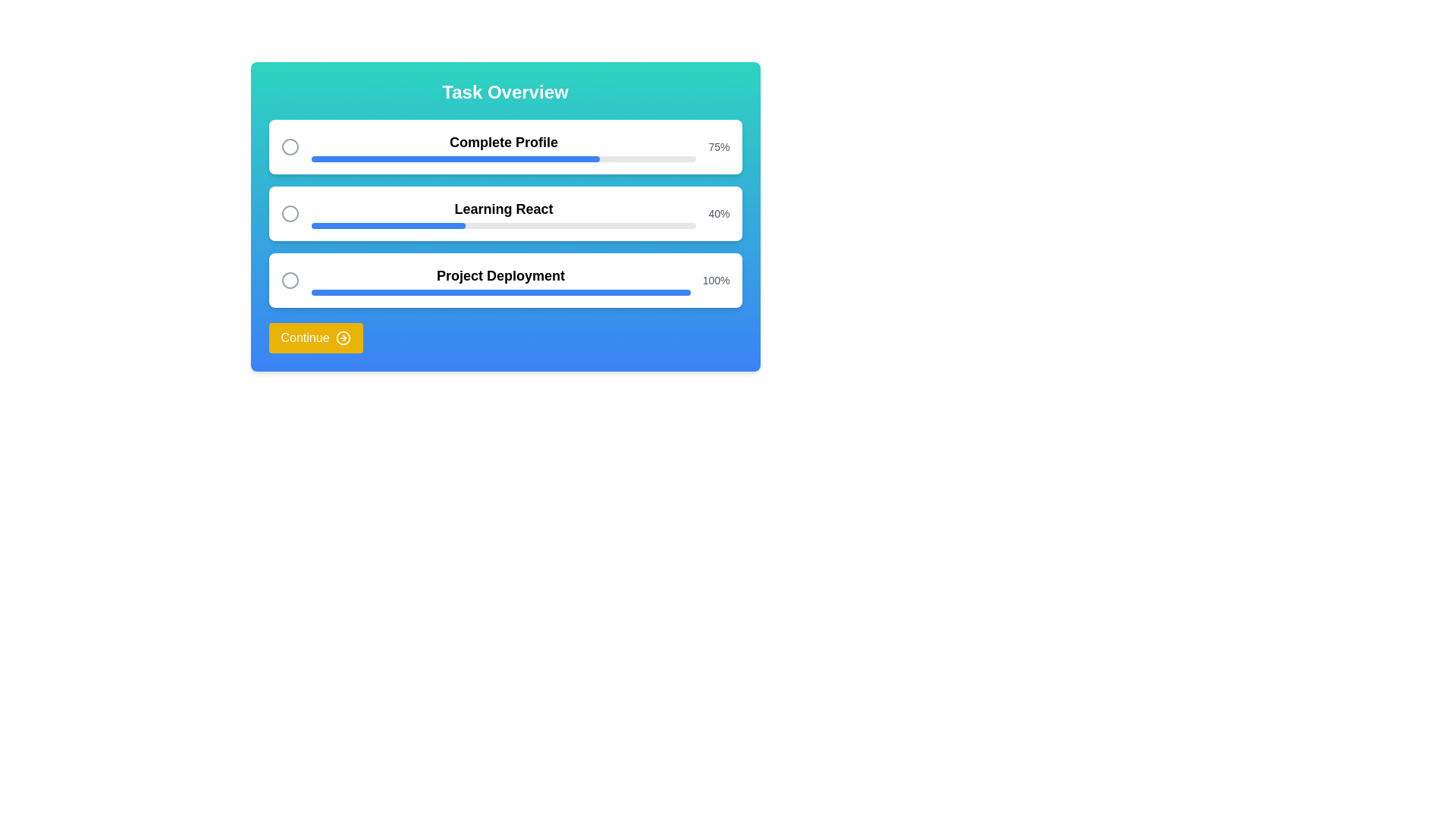 This screenshot has height=819, width=1456. Describe the element at coordinates (504, 213) in the screenshot. I see `the Progress Tracker labeled 'Learning React' to modify its progress indirectly` at that location.